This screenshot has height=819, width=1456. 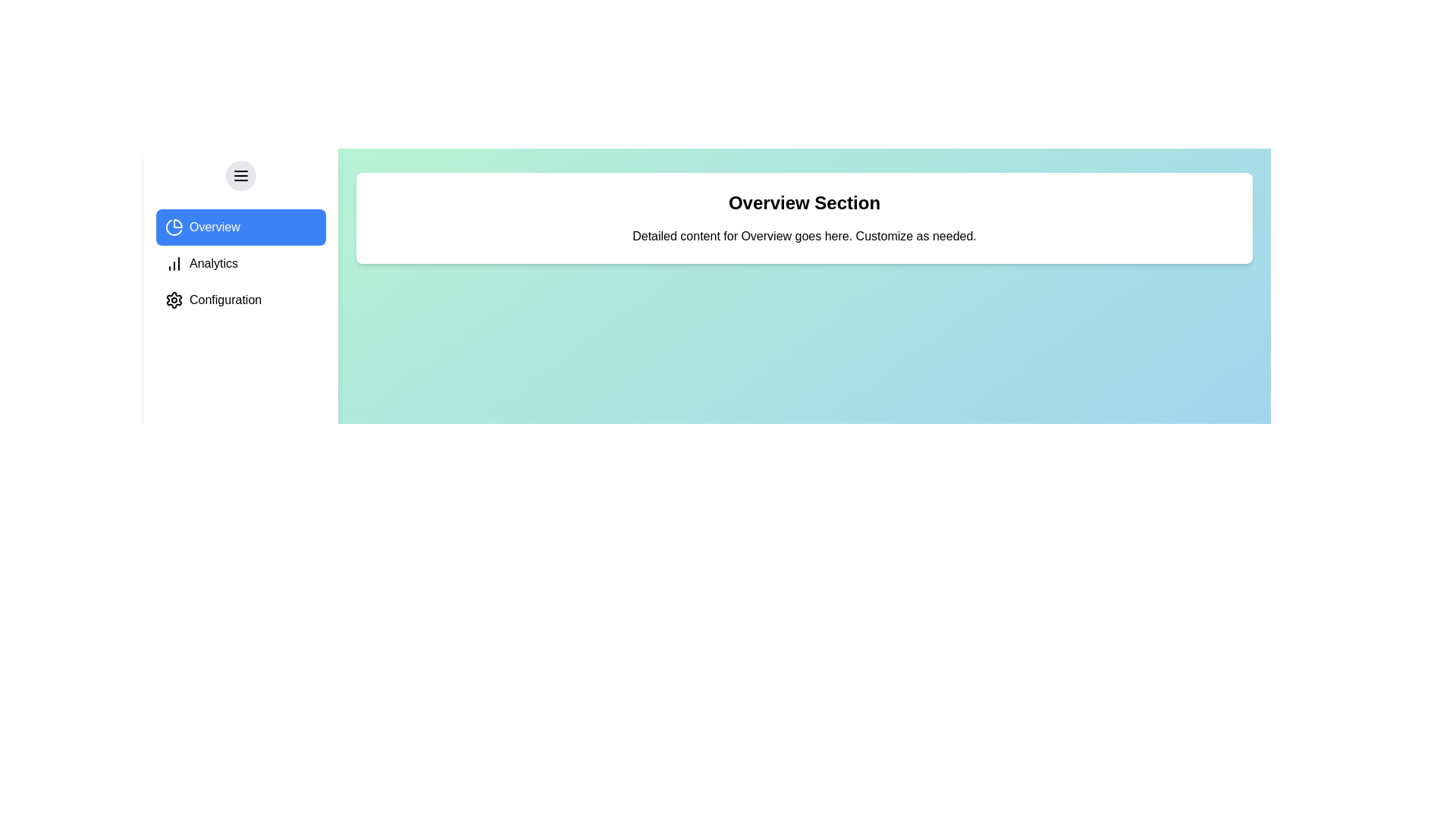 What do you see at coordinates (240, 174) in the screenshot?
I see `the sidebar toggle button to toggle its visibility` at bounding box center [240, 174].